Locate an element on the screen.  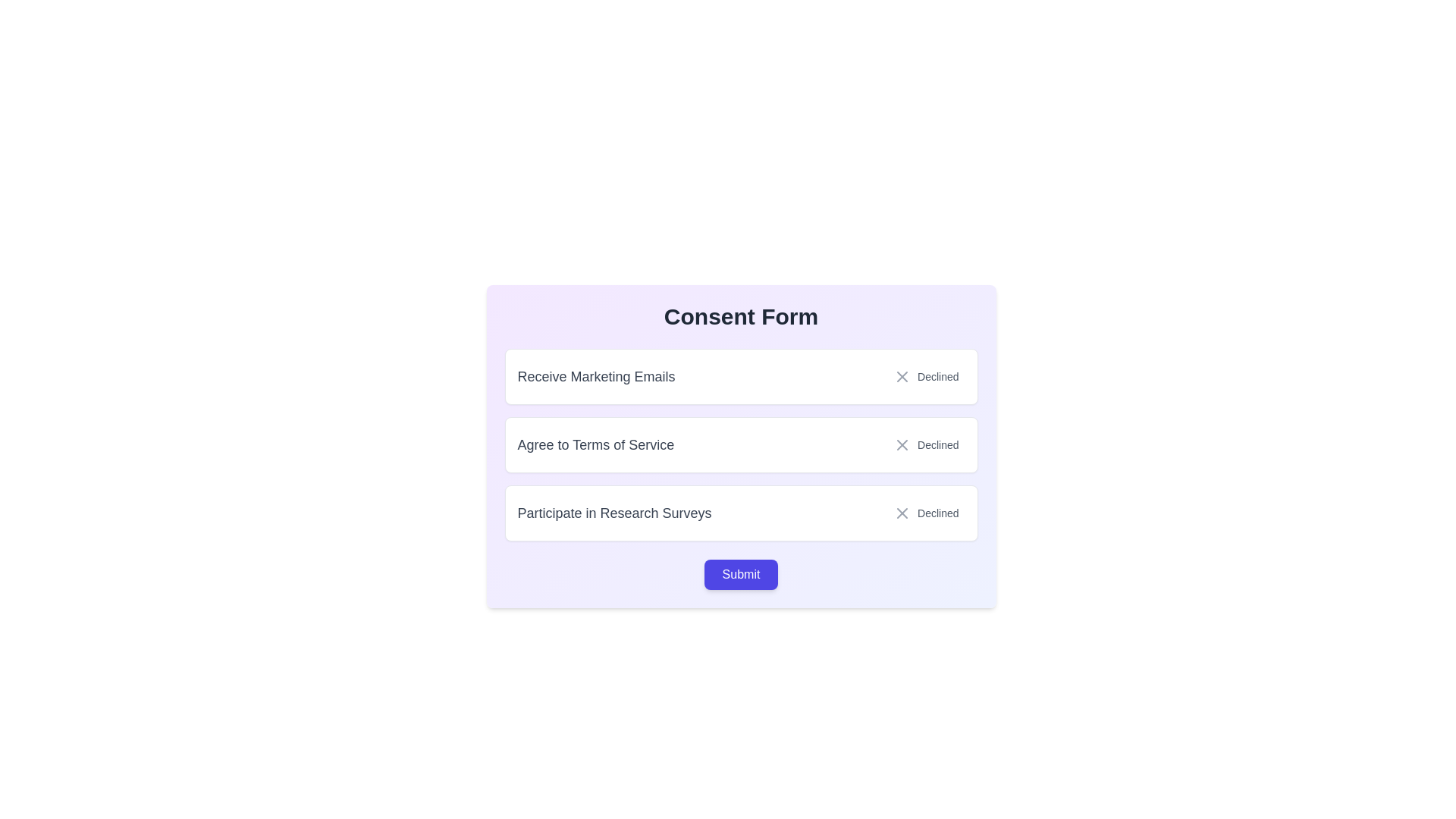
the 'Declined' status text label with an icon located in the 'Receive Marketing Emails' consent option box is located at coordinates (925, 376).